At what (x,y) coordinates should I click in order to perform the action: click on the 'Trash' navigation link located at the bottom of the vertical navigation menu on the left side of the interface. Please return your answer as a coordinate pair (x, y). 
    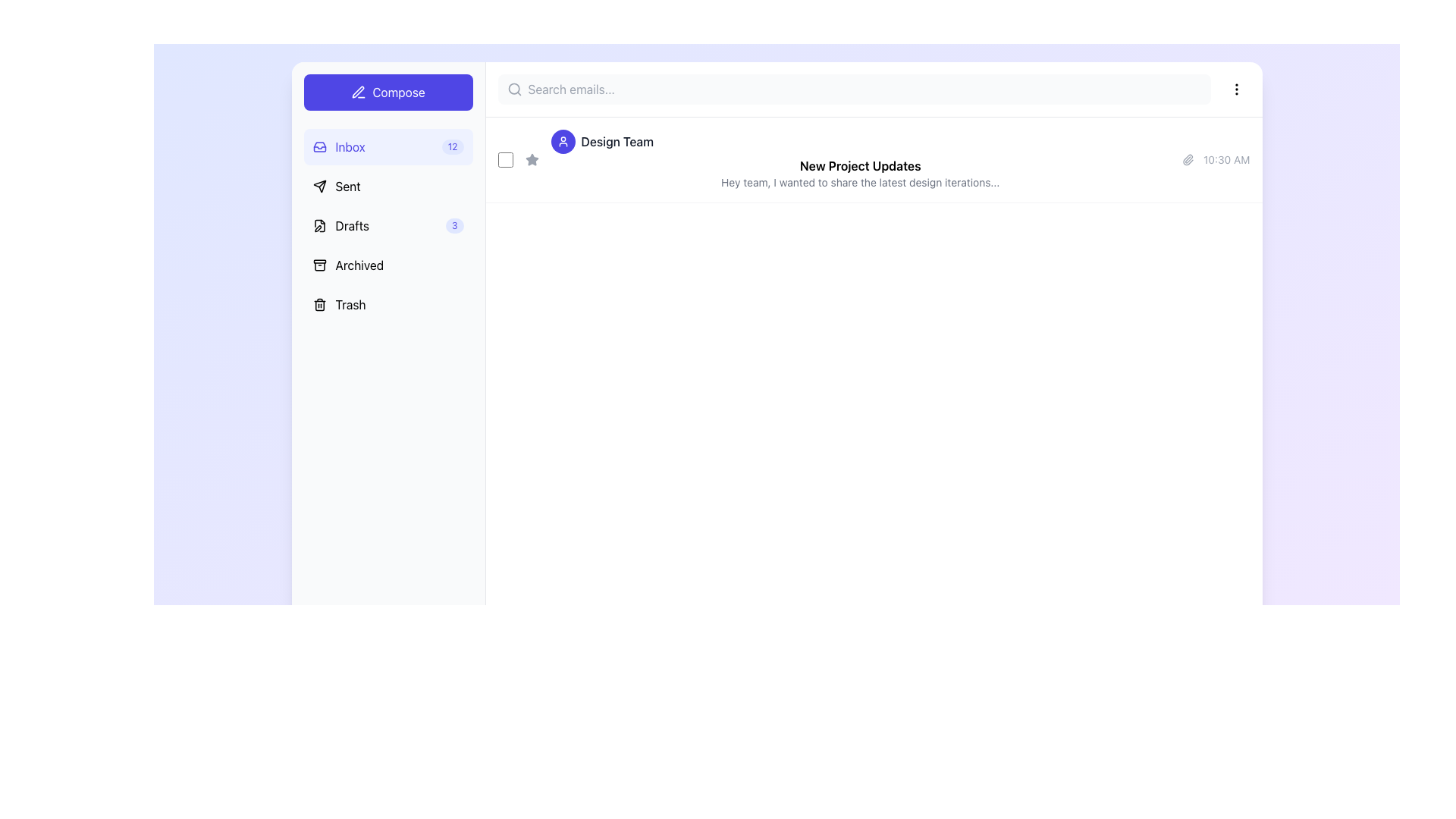
    Looking at the image, I should click on (338, 304).